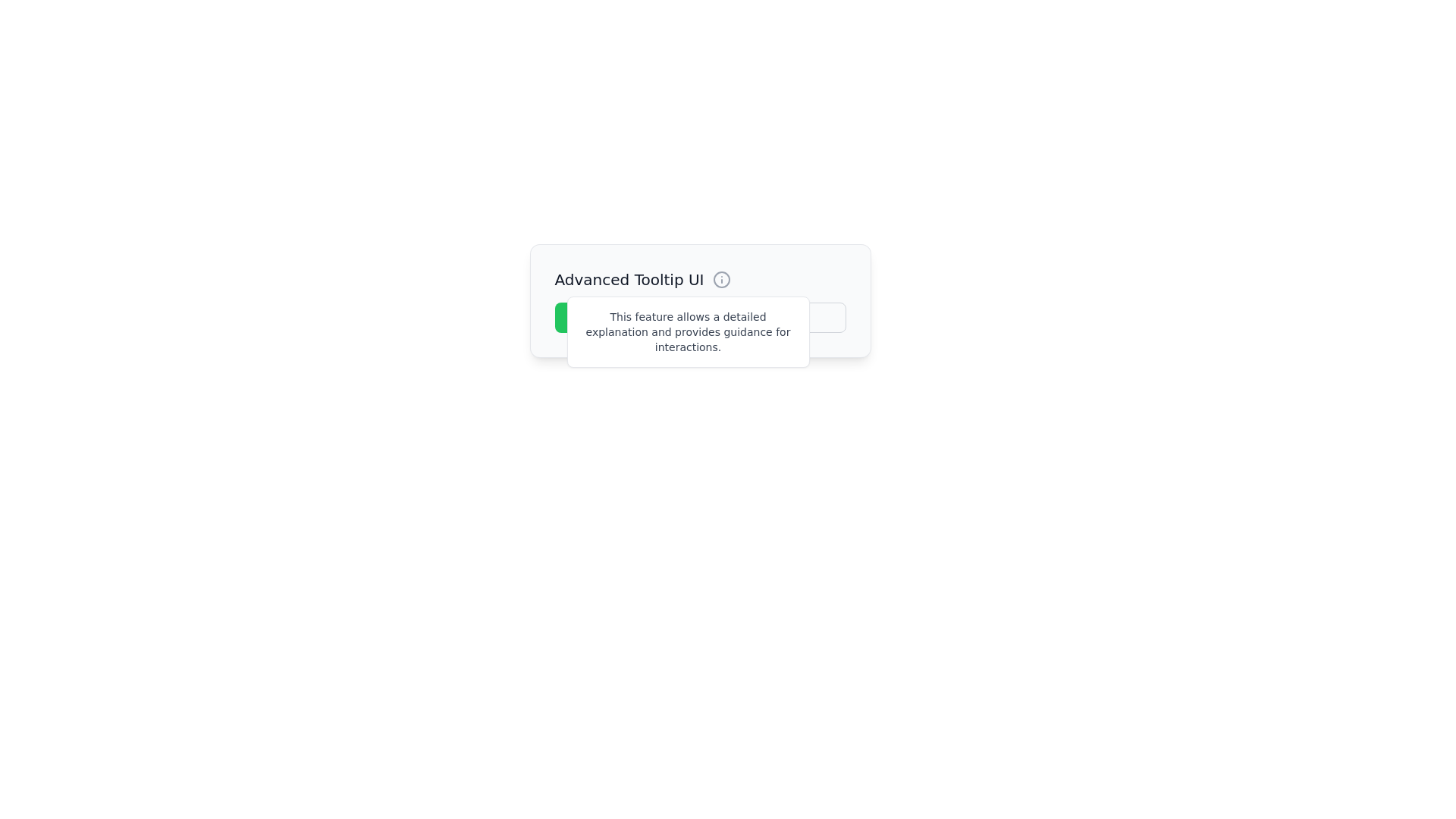 The height and width of the screenshot is (819, 1456). Describe the element at coordinates (699, 280) in the screenshot. I see `the 'Advanced Tooltip UI' title with the information icon, which is styled in bold and has a muted gray color, changing to blue on hover` at that location.